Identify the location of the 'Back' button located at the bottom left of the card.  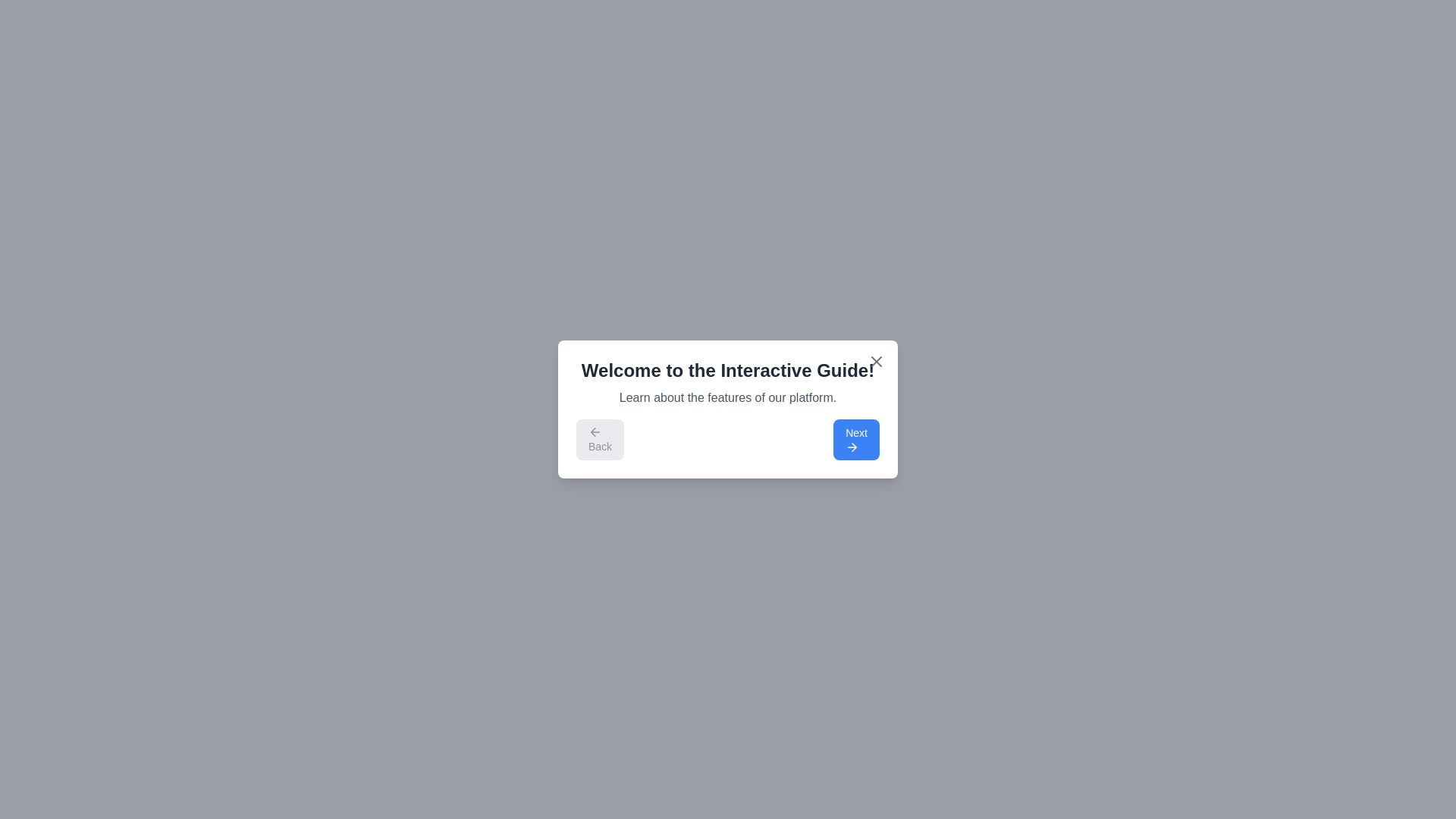
(592, 432).